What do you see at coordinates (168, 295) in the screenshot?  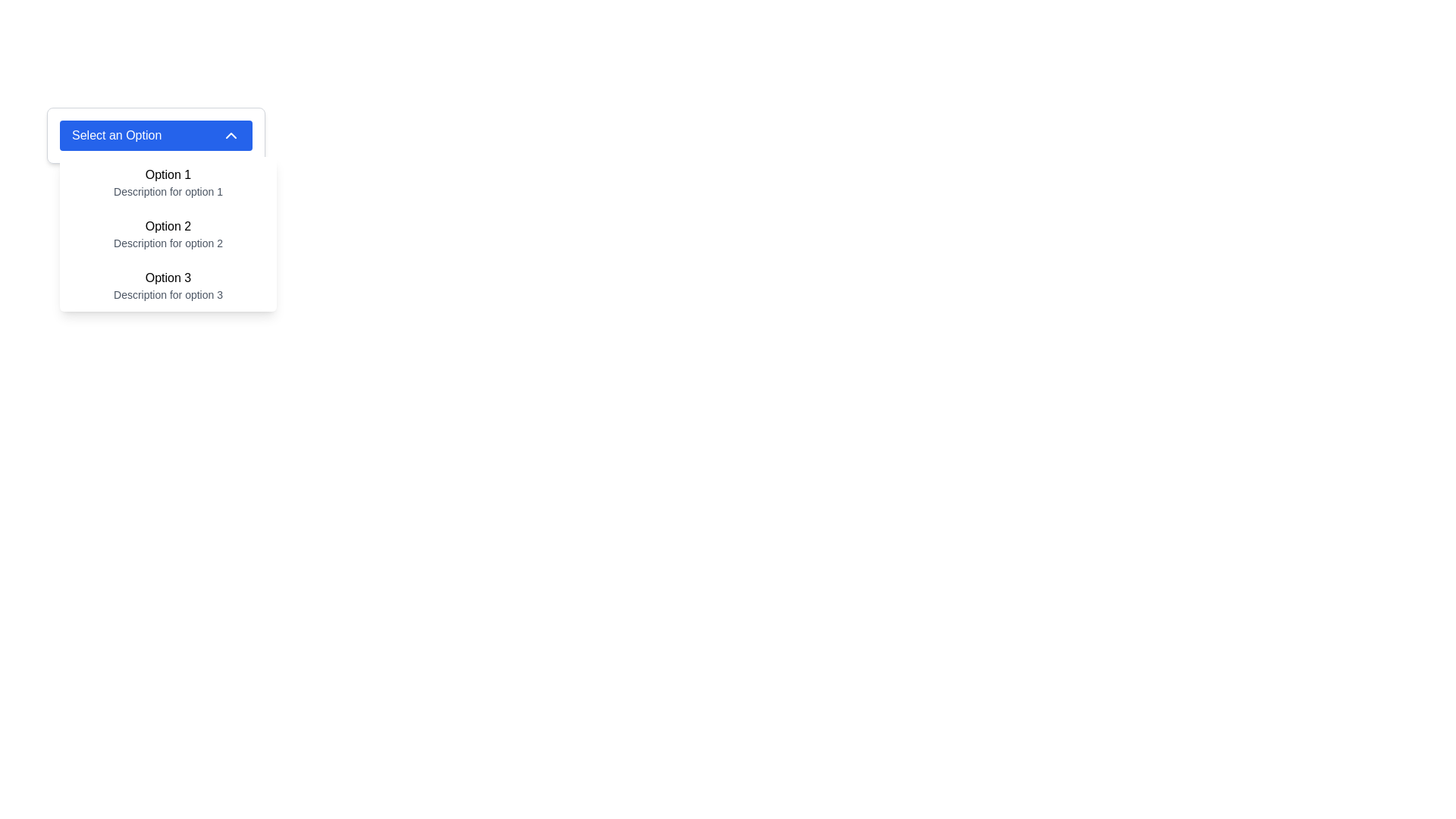 I see `the text label that displays 'Description for option 3', which is located directly below the 'Option 3' title in the third option group of the dropdown menu titled 'Select an Option'` at bounding box center [168, 295].